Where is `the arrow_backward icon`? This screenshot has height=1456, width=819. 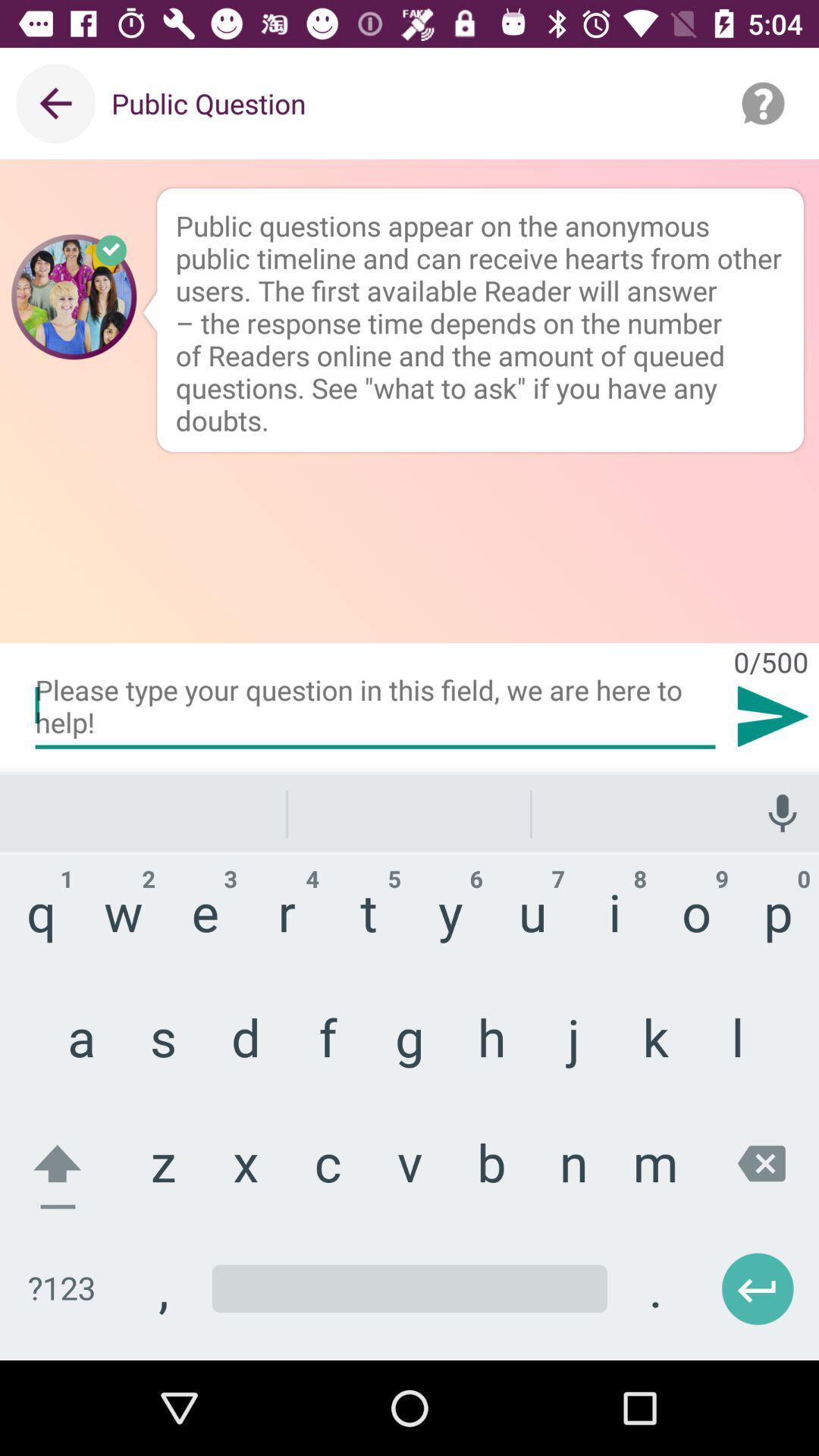 the arrow_backward icon is located at coordinates (717, 1272).